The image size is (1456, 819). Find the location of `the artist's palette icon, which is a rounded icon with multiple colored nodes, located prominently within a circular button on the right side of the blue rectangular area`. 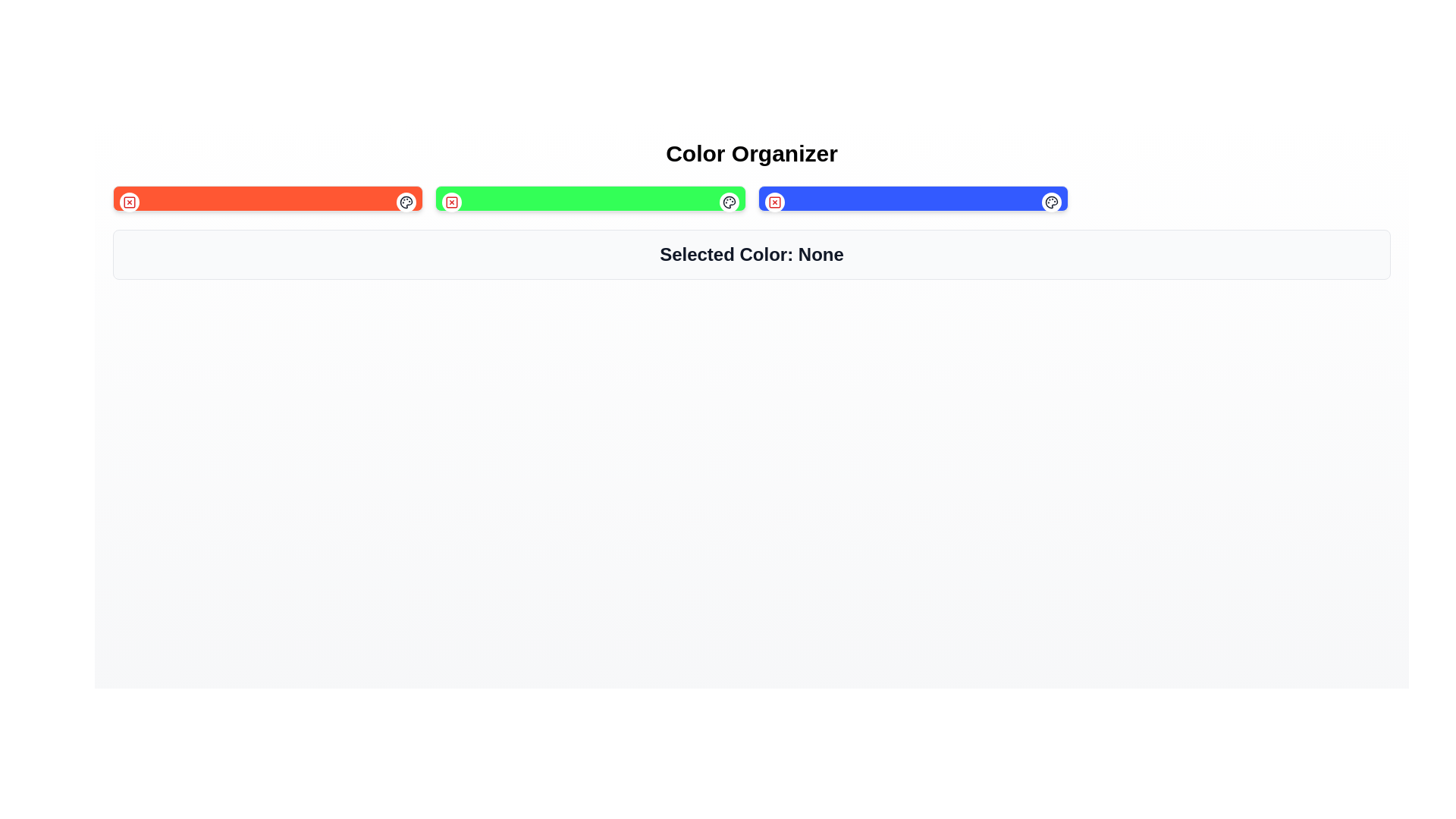

the artist's palette icon, which is a rounded icon with multiple colored nodes, located prominently within a circular button on the right side of the blue rectangular area is located at coordinates (1050, 201).